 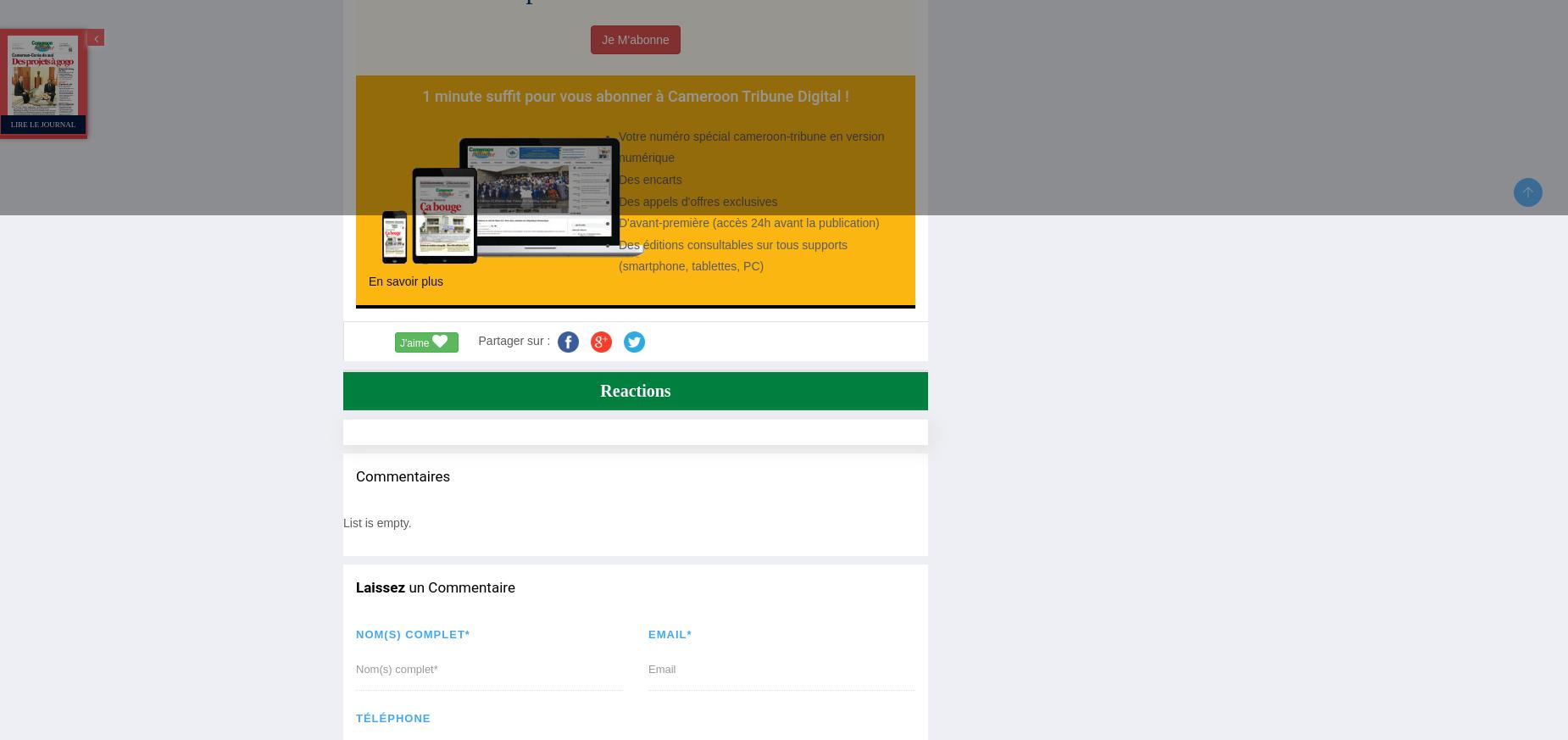 I want to click on 'Commentaires', so click(x=403, y=474).